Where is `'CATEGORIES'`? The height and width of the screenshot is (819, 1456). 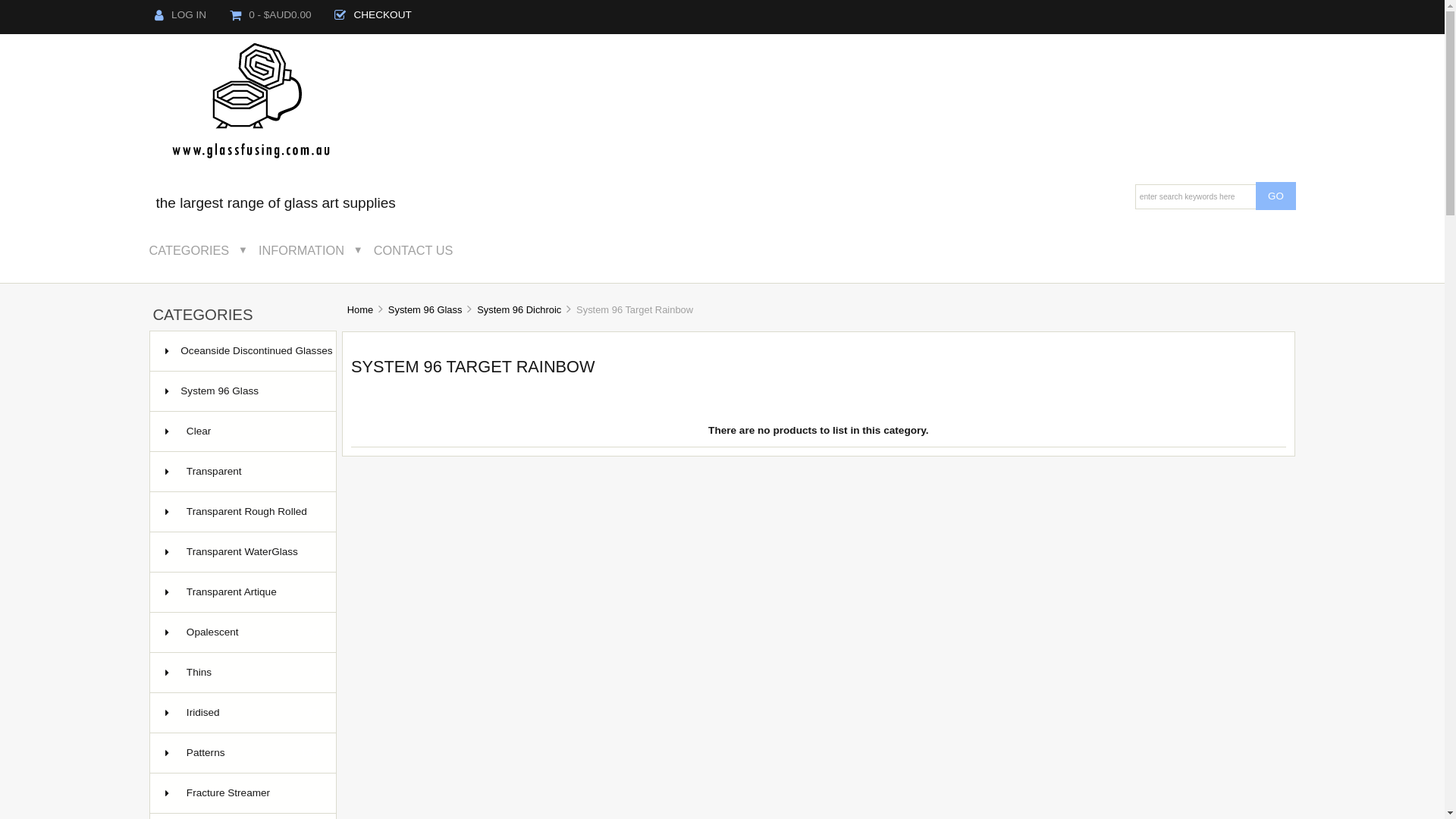
'CATEGORIES' is located at coordinates (144, 249).